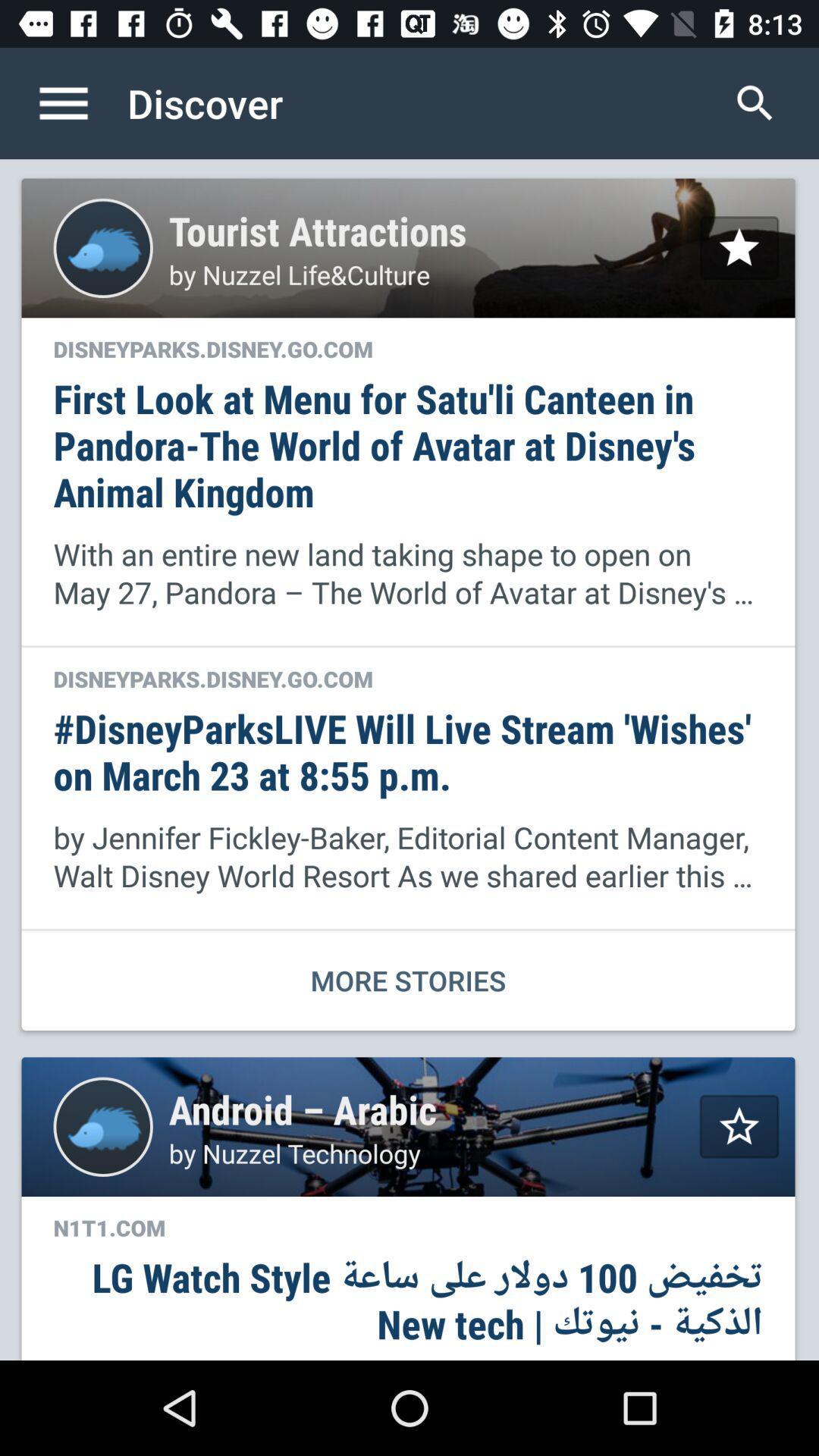 The width and height of the screenshot is (819, 1456). What do you see at coordinates (79, 102) in the screenshot?
I see `the icon to the left of the discover item` at bounding box center [79, 102].